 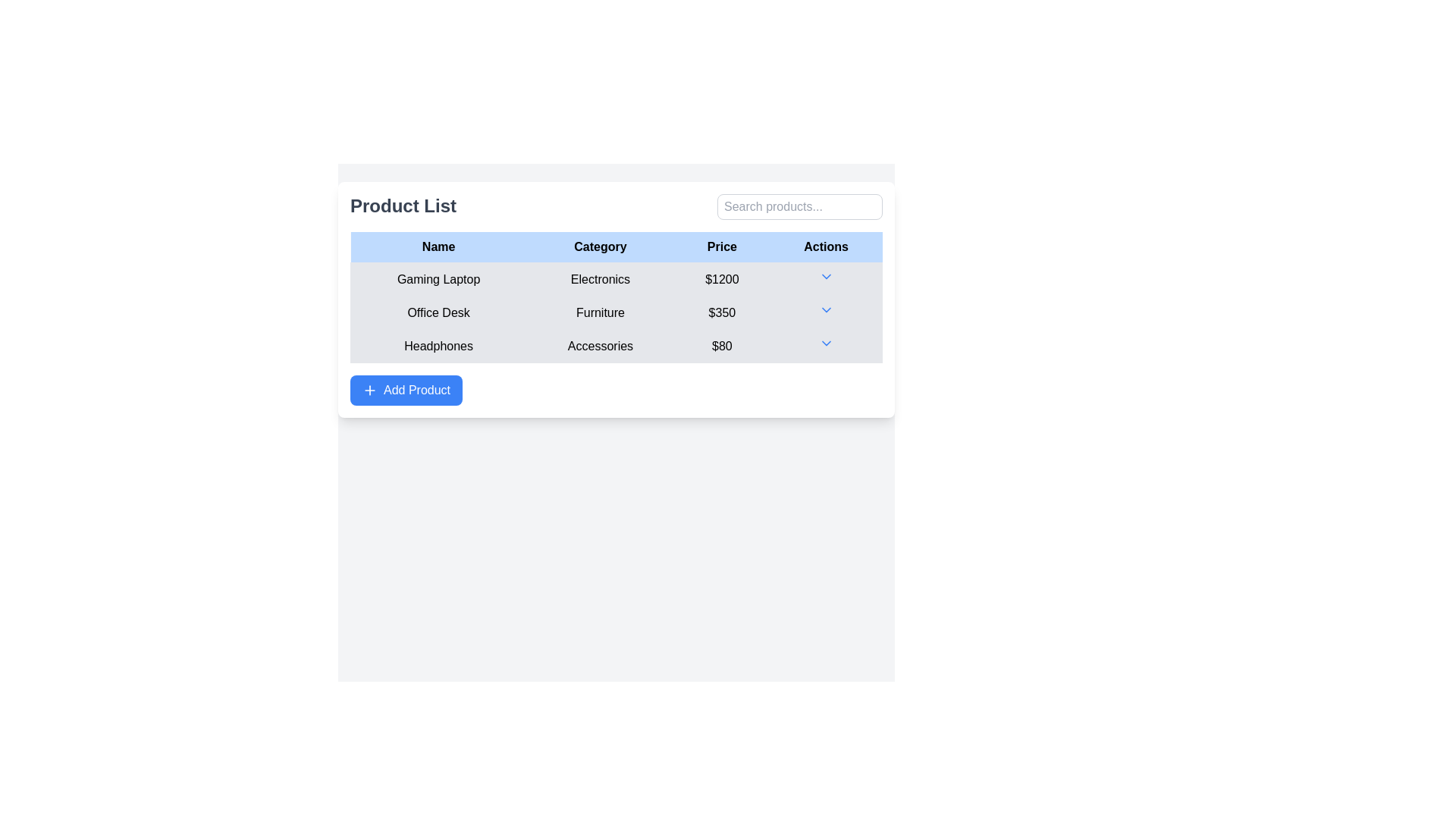 What do you see at coordinates (825, 309) in the screenshot?
I see `the downward-pointing chevron icon in the 'Actions' column of the second row in the product details table` at bounding box center [825, 309].